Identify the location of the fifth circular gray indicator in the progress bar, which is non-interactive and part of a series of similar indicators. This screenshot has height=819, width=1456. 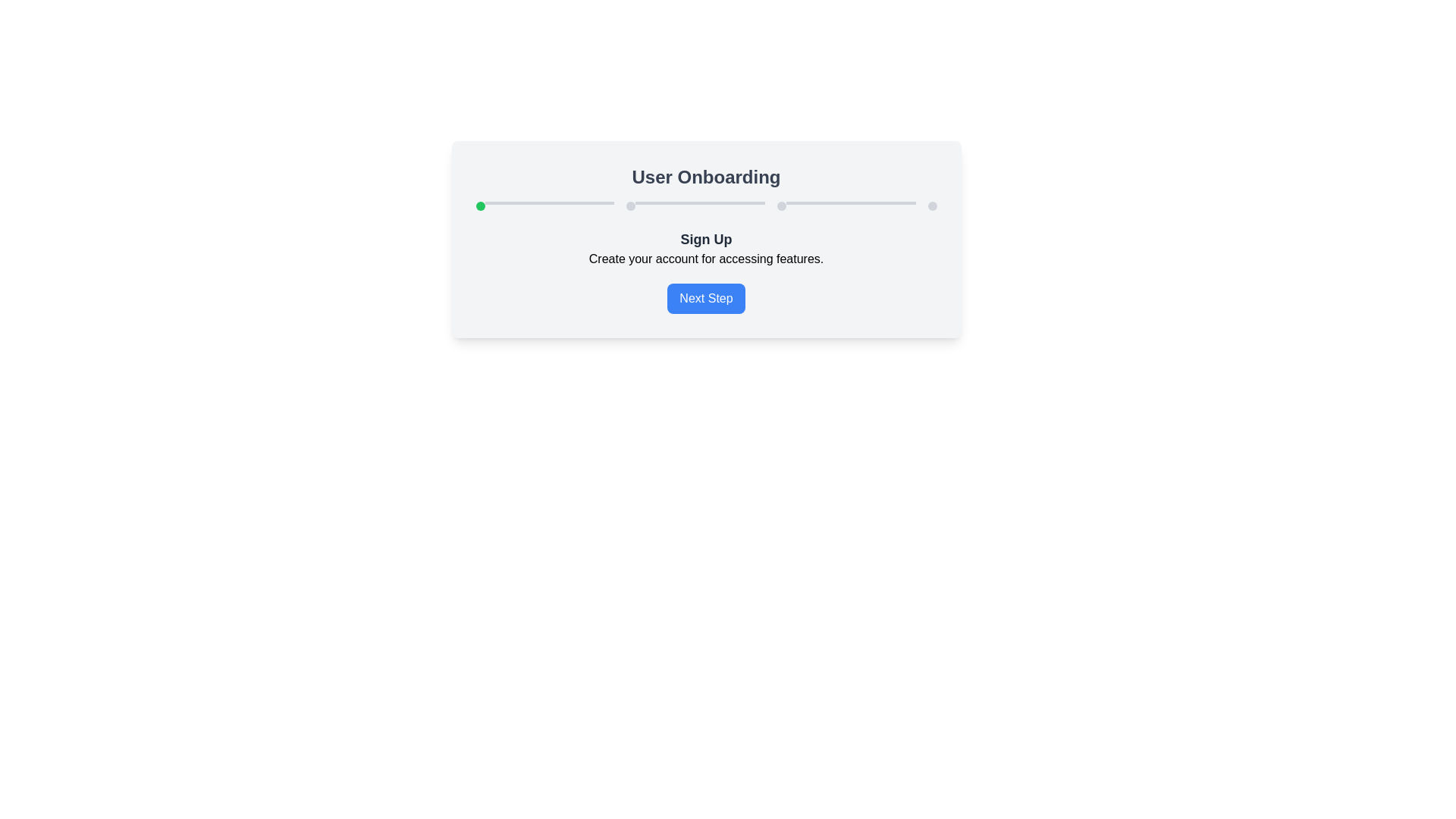
(781, 206).